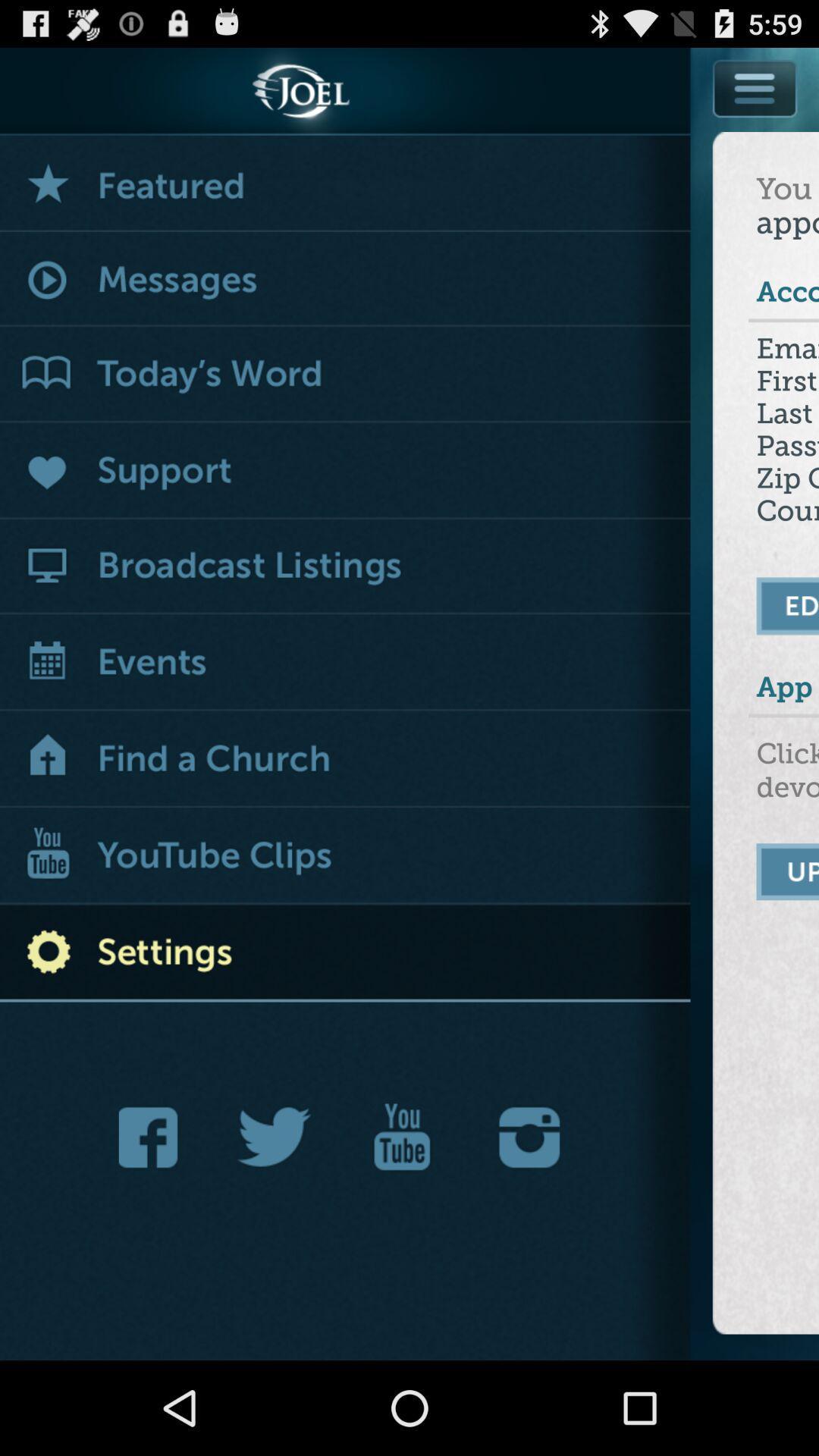 Image resolution: width=819 pixels, height=1456 pixels. I want to click on the church 's youtube videos, so click(345, 857).